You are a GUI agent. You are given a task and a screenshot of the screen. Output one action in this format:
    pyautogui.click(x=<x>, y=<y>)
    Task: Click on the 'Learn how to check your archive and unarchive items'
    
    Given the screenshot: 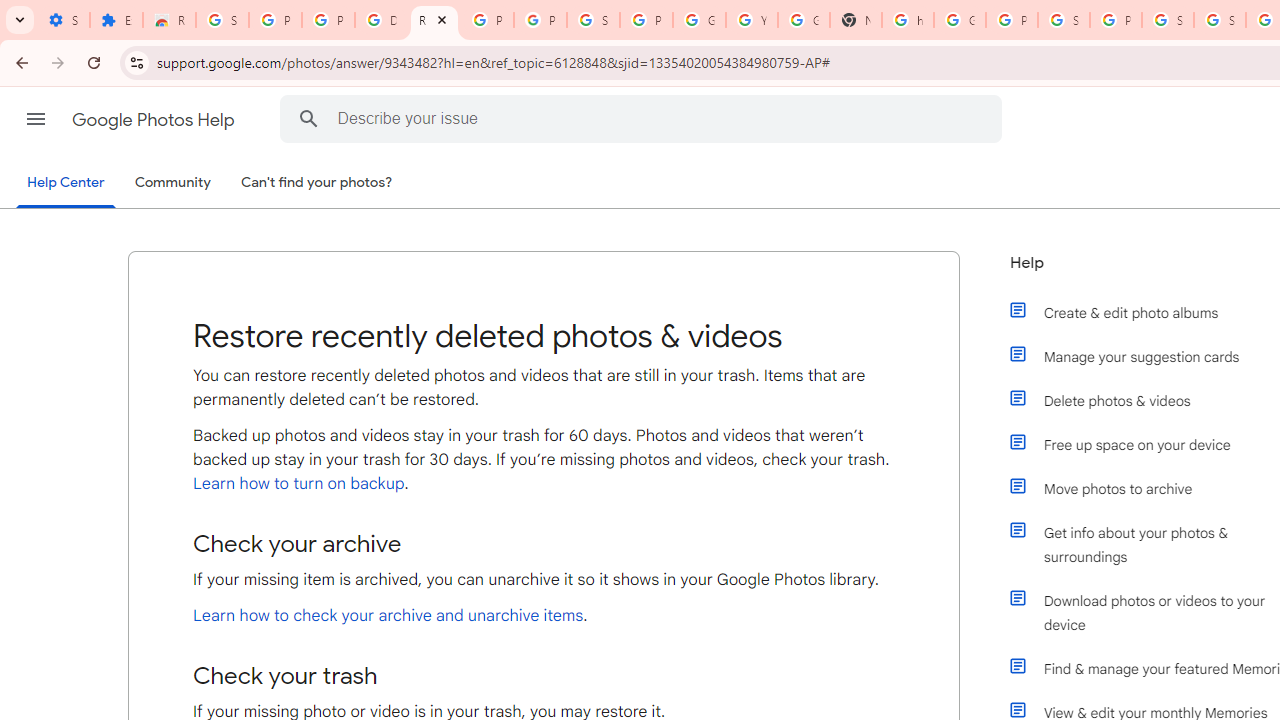 What is the action you would take?
    pyautogui.click(x=388, y=614)
    